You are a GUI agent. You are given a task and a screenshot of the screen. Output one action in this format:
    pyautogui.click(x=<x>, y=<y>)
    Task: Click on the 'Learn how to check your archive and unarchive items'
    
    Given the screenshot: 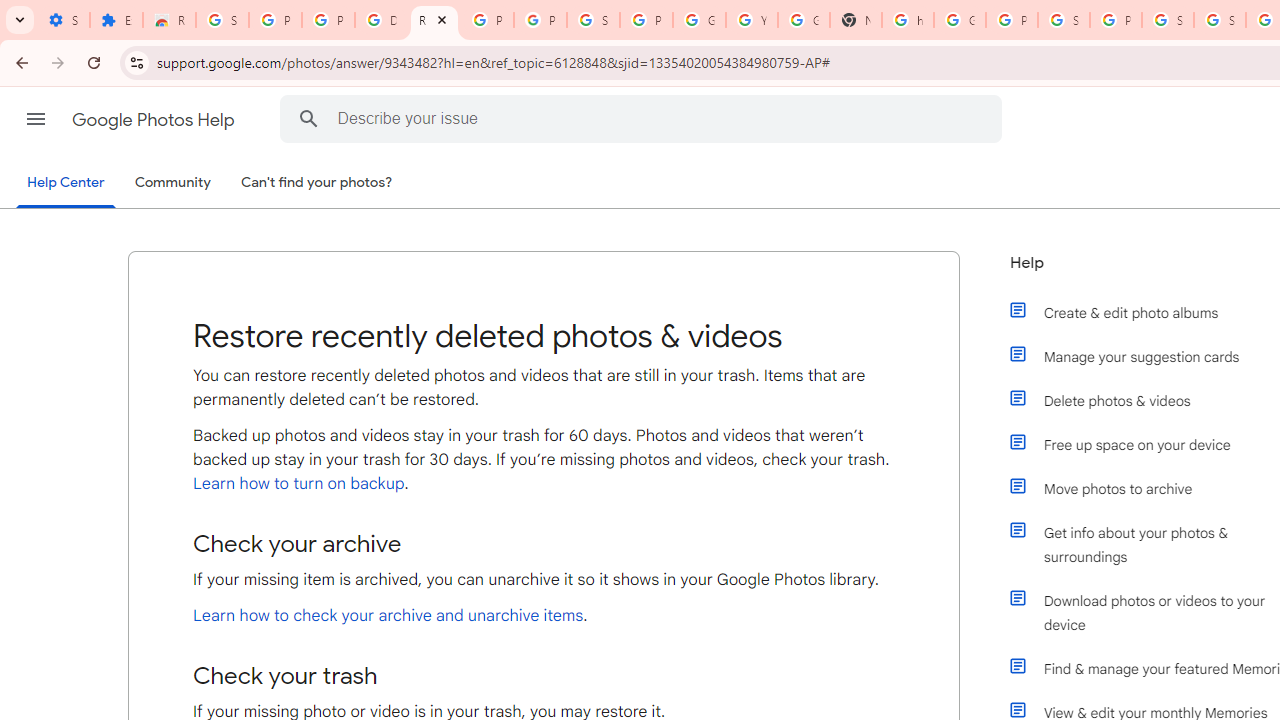 What is the action you would take?
    pyautogui.click(x=388, y=614)
    